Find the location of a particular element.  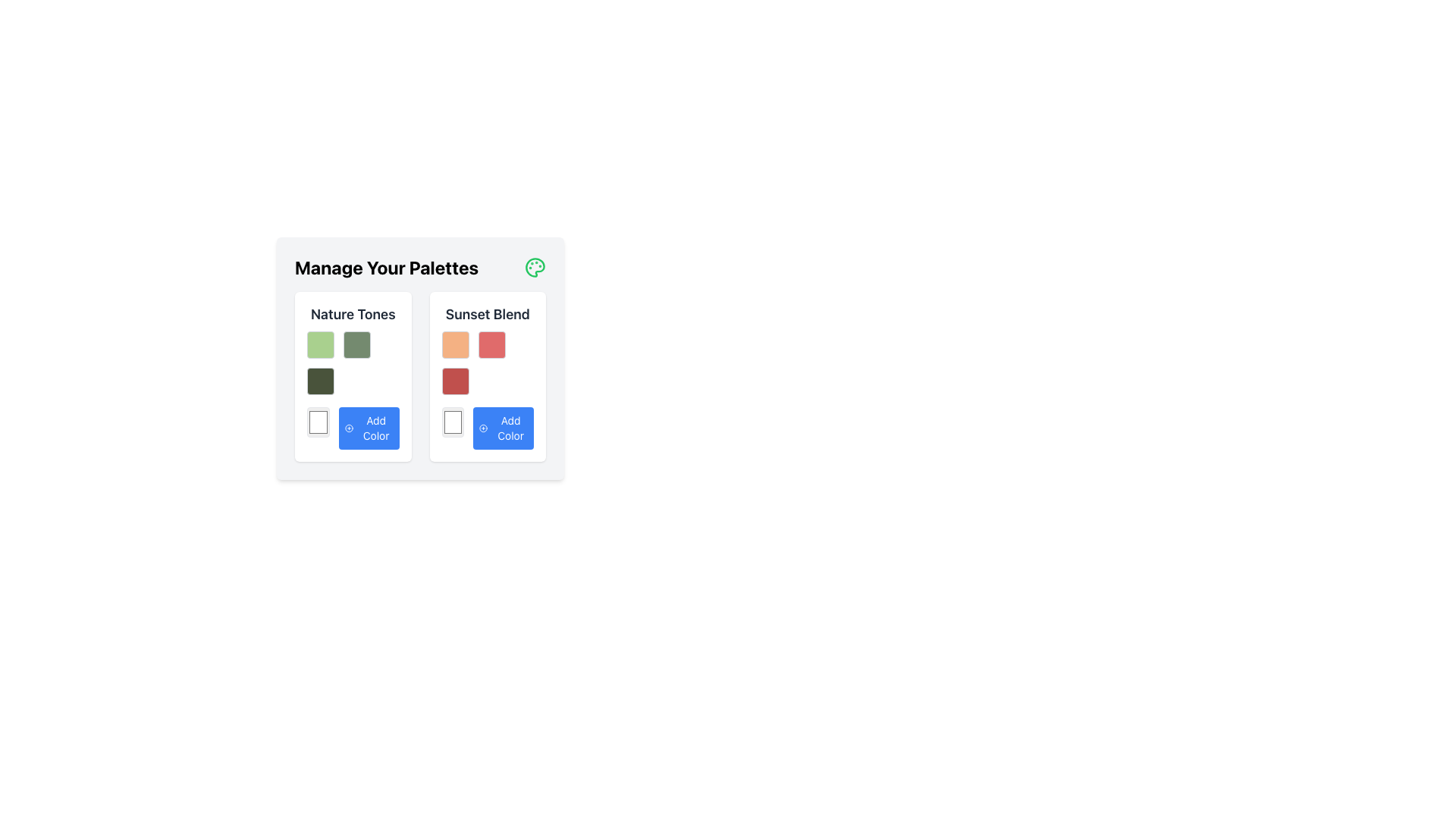

the text 'Manage Your Palettes' is located at coordinates (387, 267).